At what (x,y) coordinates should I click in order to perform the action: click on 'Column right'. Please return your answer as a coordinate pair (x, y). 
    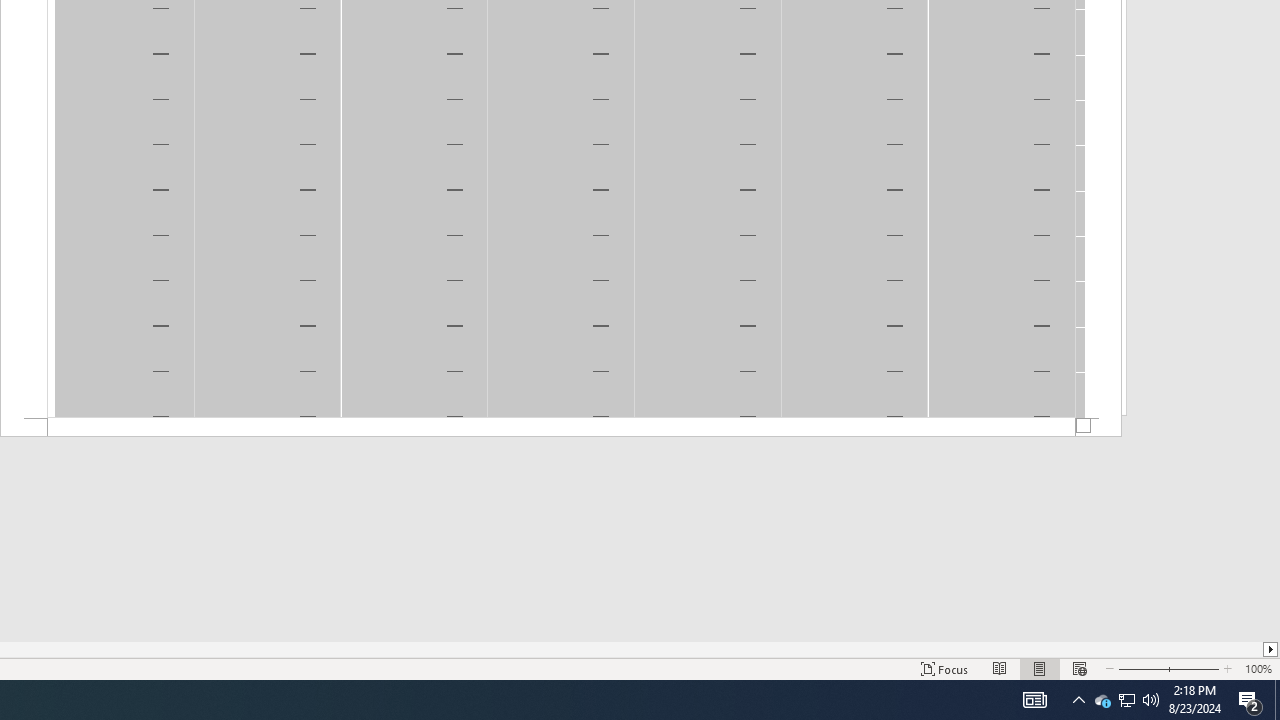
    Looking at the image, I should click on (1270, 649).